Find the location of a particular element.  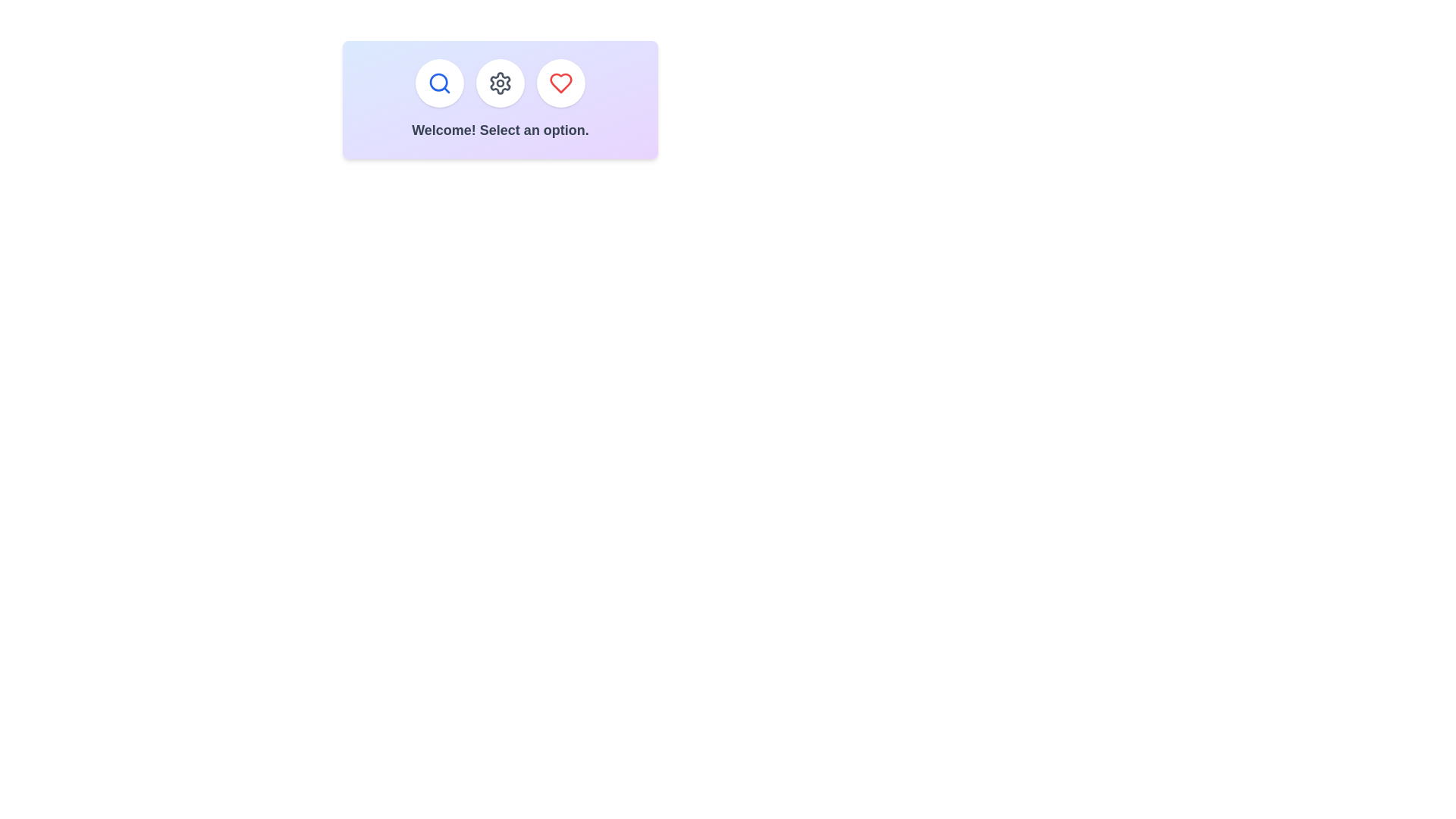

the settings button located in the center of three horizontally arranged buttons, flanked by a magnifying glass icon on the left and a heart icon on the right is located at coordinates (500, 83).